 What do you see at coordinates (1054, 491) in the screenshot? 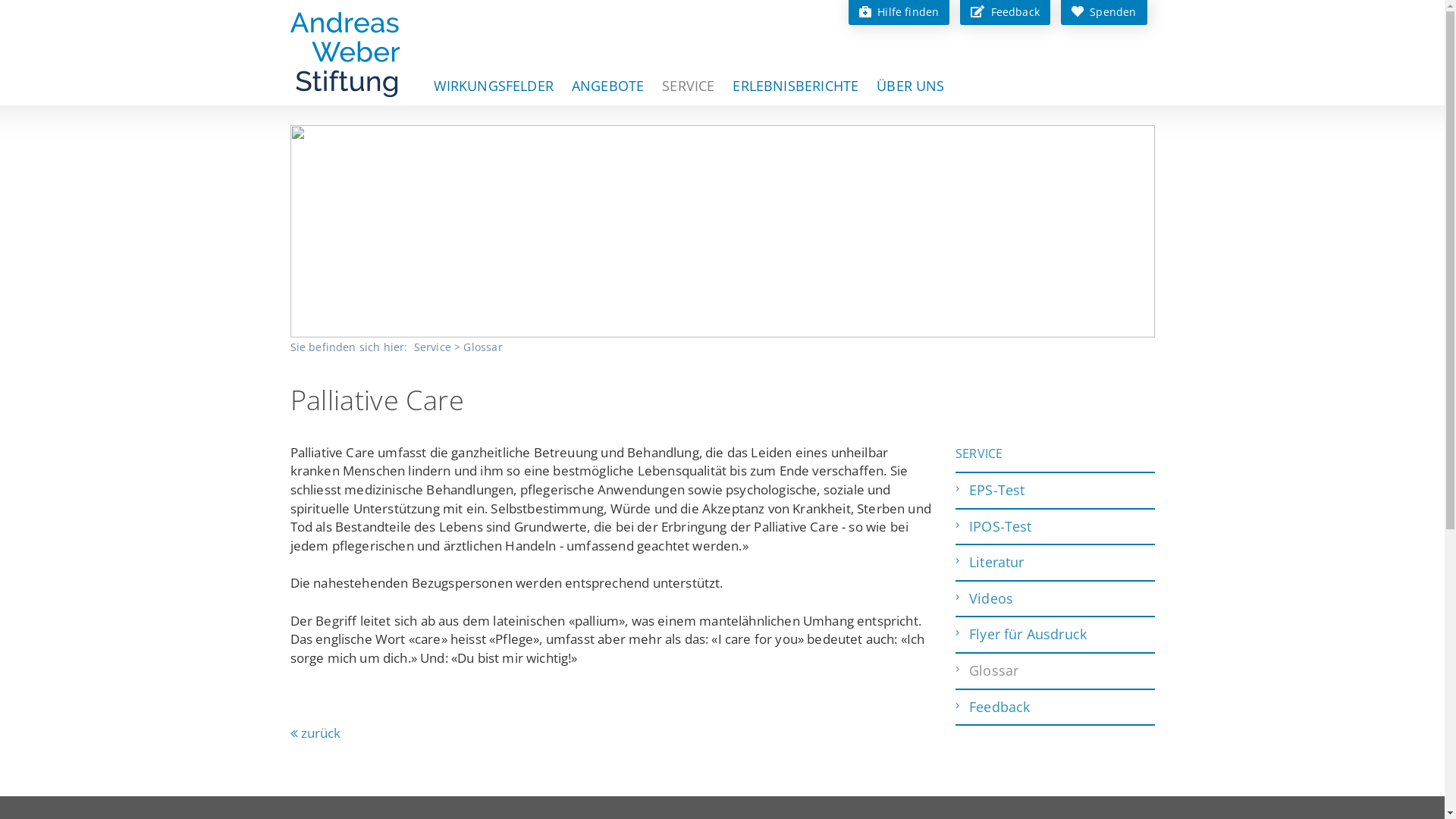
I see `'EPS-Test'` at bounding box center [1054, 491].